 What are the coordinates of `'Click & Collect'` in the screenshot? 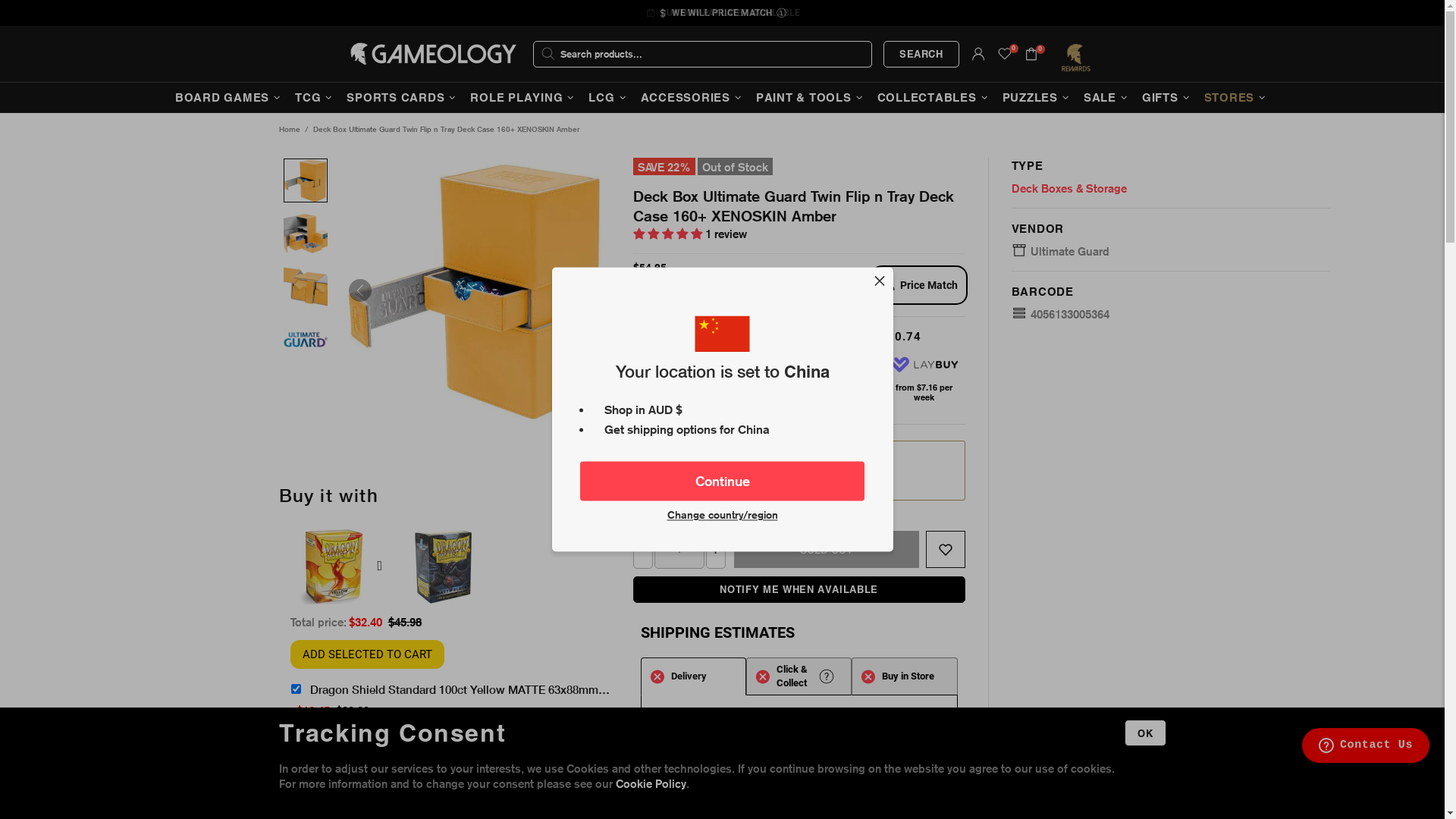 It's located at (798, 675).